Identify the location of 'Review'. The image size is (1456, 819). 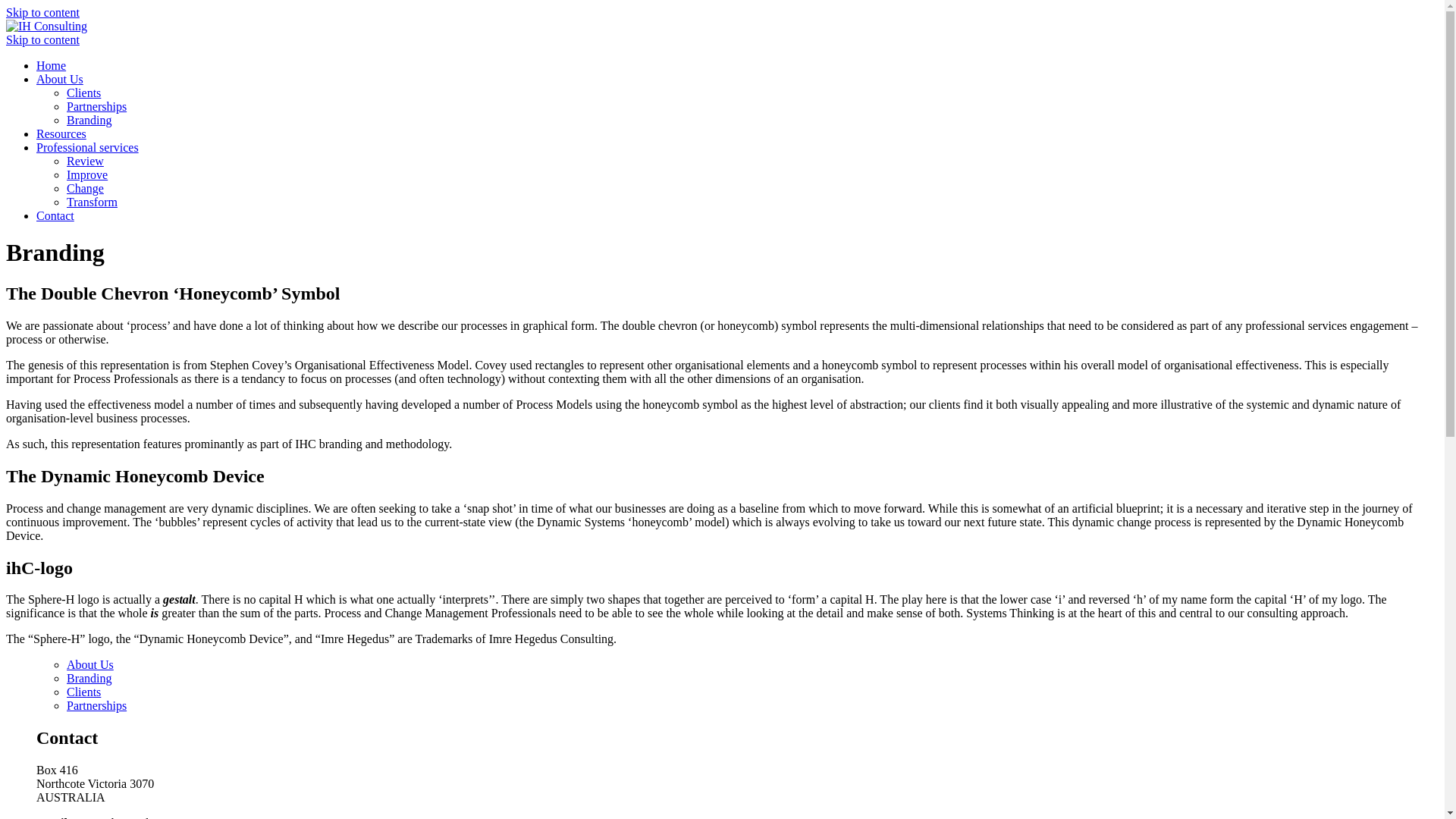
(84, 161).